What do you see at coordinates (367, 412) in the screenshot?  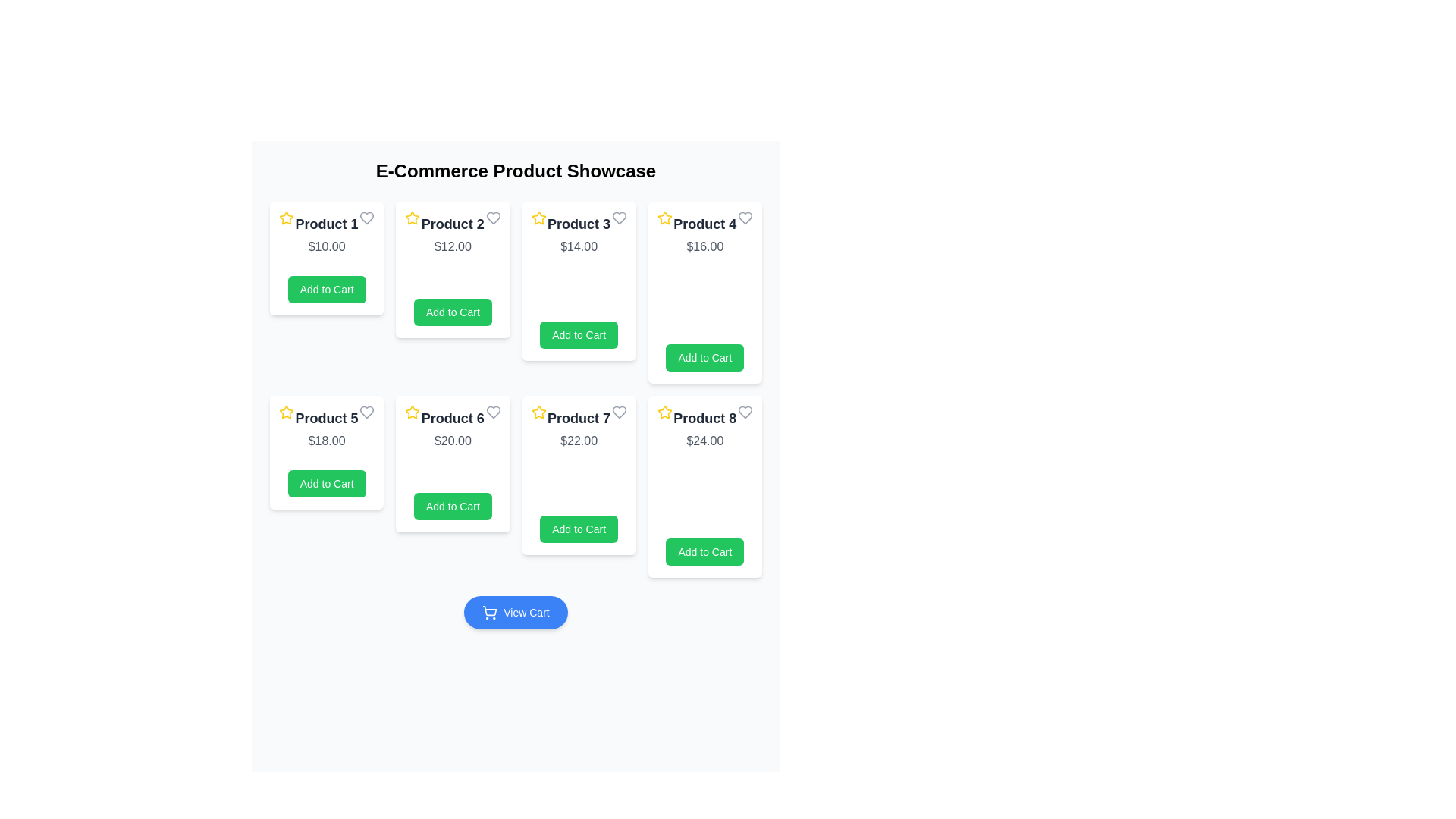 I see `the heart-shaped icon representing the favorite action for 'Product 5'` at bounding box center [367, 412].